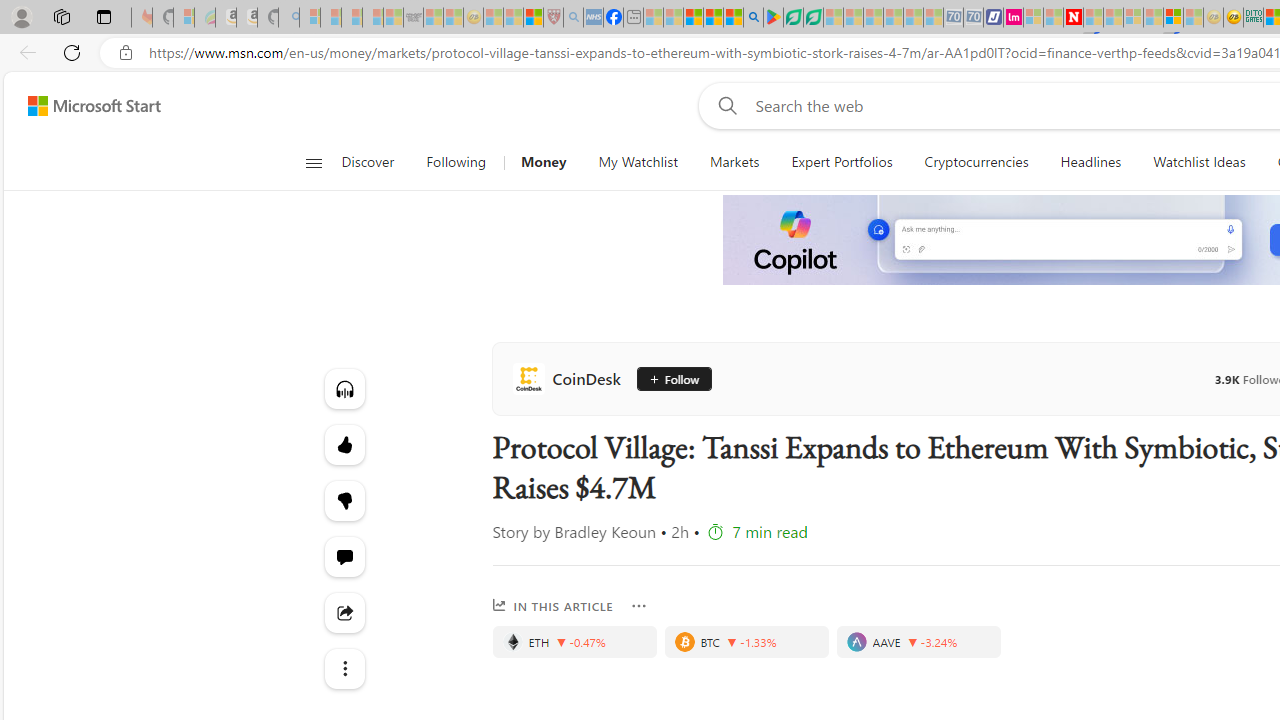 The height and width of the screenshot is (720, 1280). I want to click on 'Watchlist Ideas', so click(1199, 162).